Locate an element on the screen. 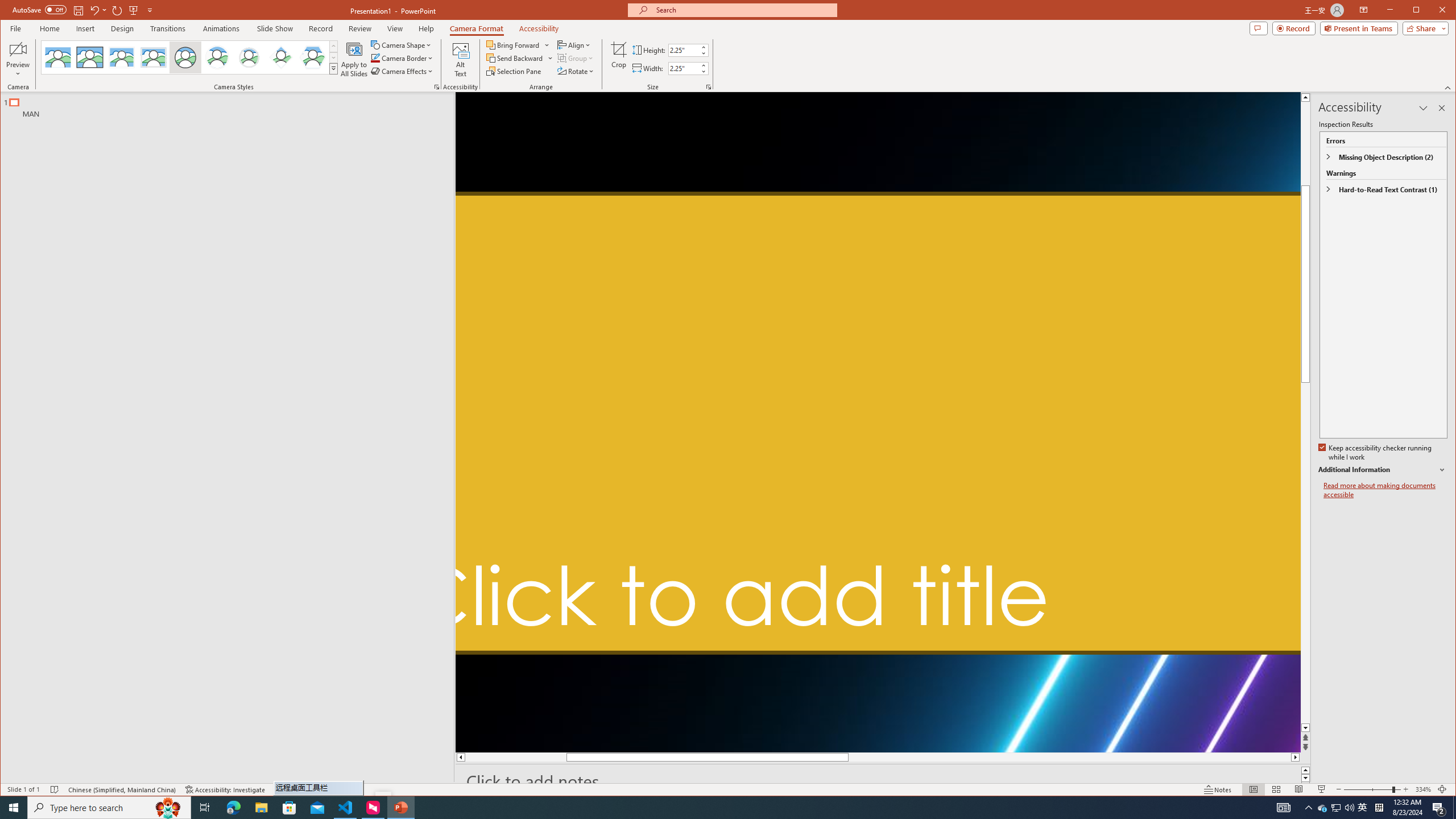 This screenshot has height=819, width=1456. 'Camera Shape' is located at coordinates (402, 44).